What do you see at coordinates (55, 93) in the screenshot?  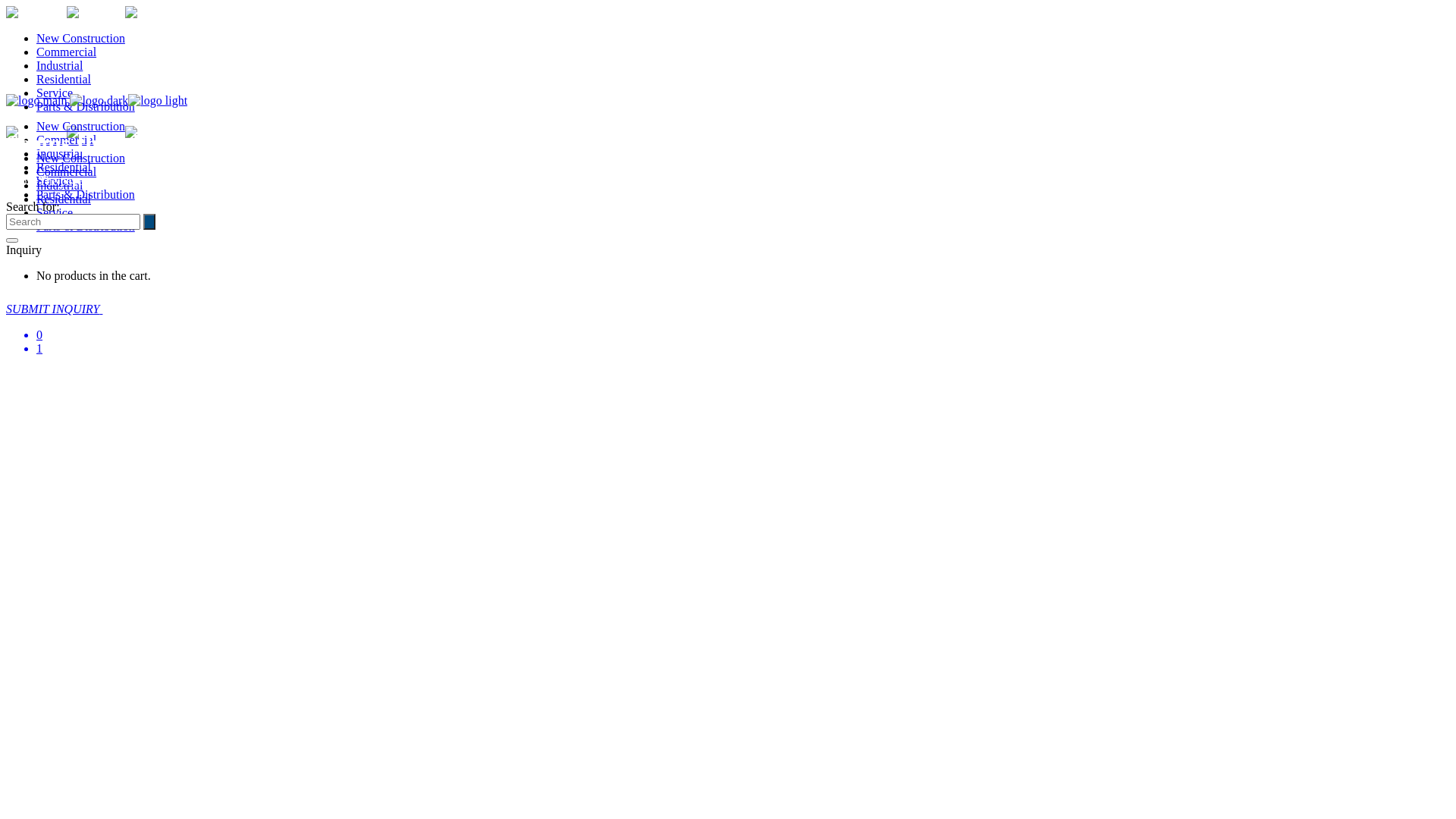 I see `'Service'` at bounding box center [55, 93].